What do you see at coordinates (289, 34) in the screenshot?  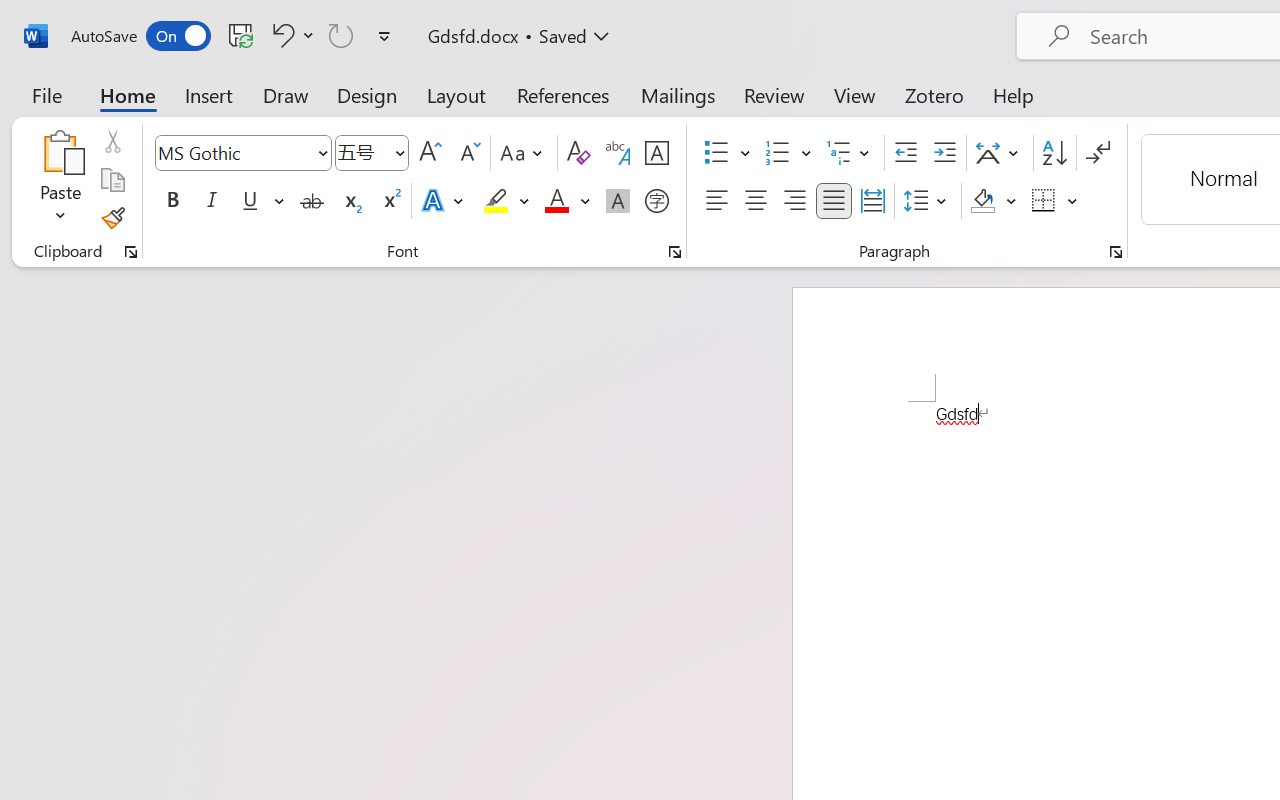 I see `'Undo Font Formatting'` at bounding box center [289, 34].